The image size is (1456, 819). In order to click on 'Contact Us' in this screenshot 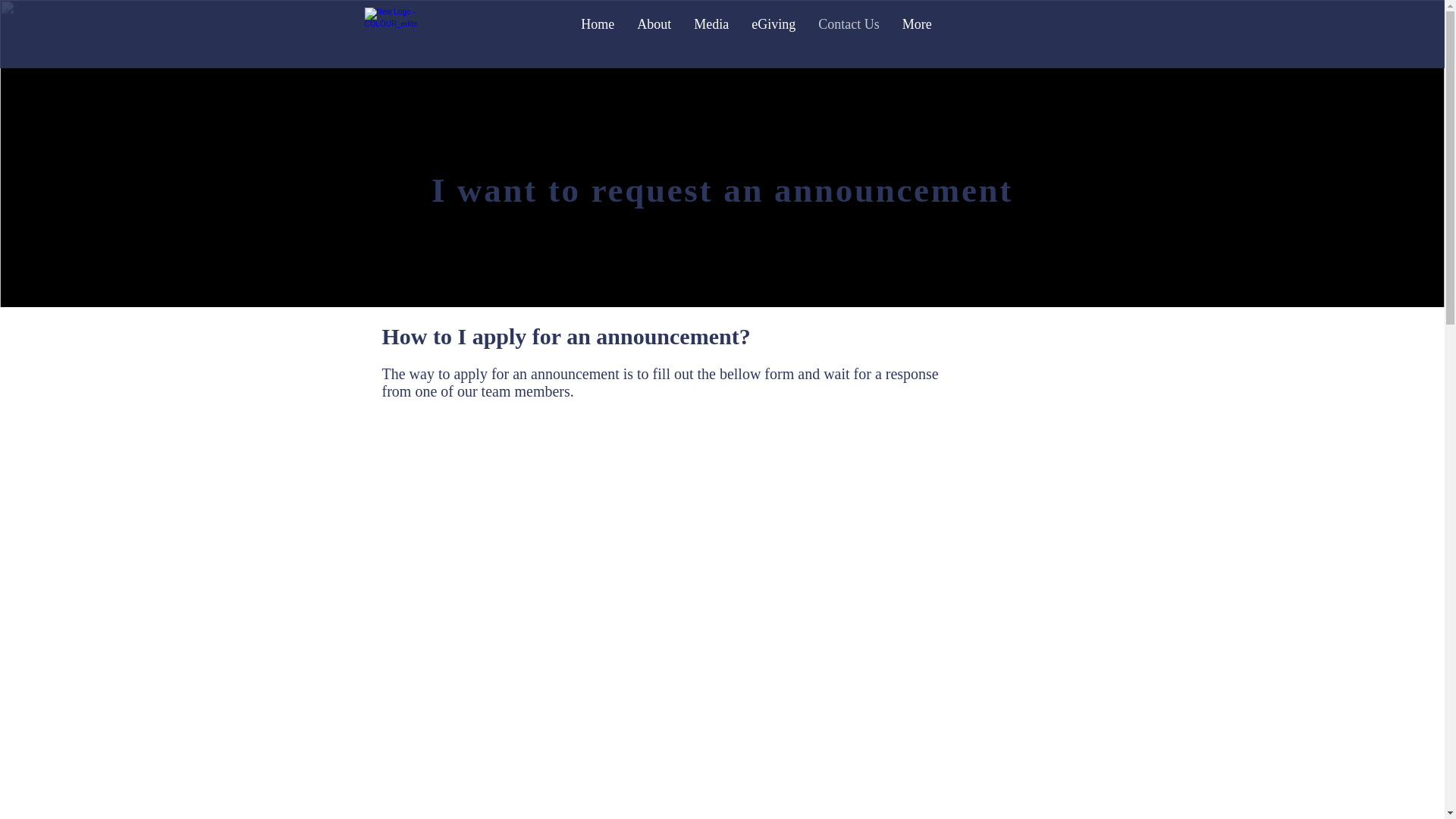, I will do `click(806, 34)`.